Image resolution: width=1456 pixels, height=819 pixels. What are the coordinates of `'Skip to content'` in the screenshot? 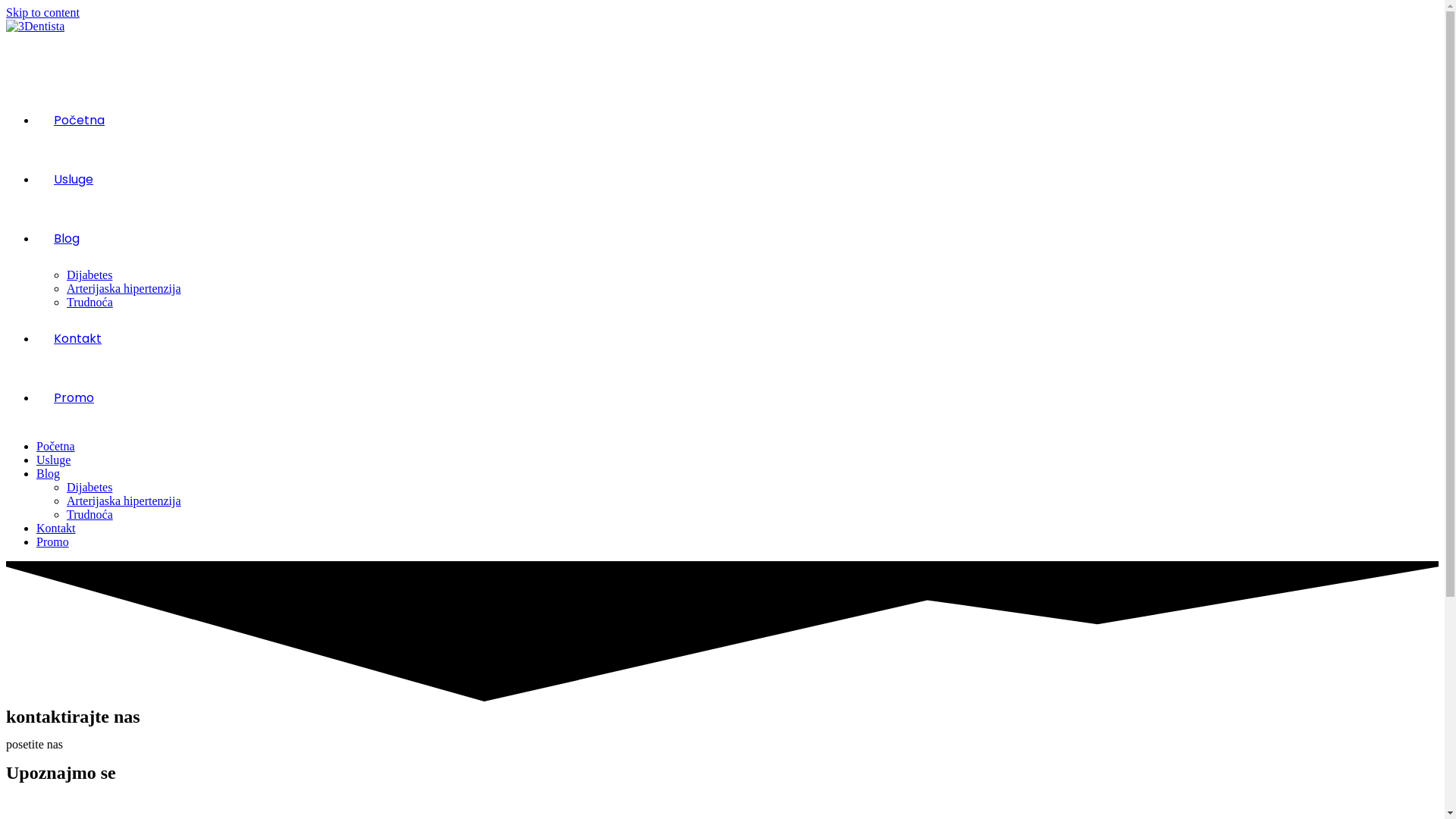 It's located at (42, 12).